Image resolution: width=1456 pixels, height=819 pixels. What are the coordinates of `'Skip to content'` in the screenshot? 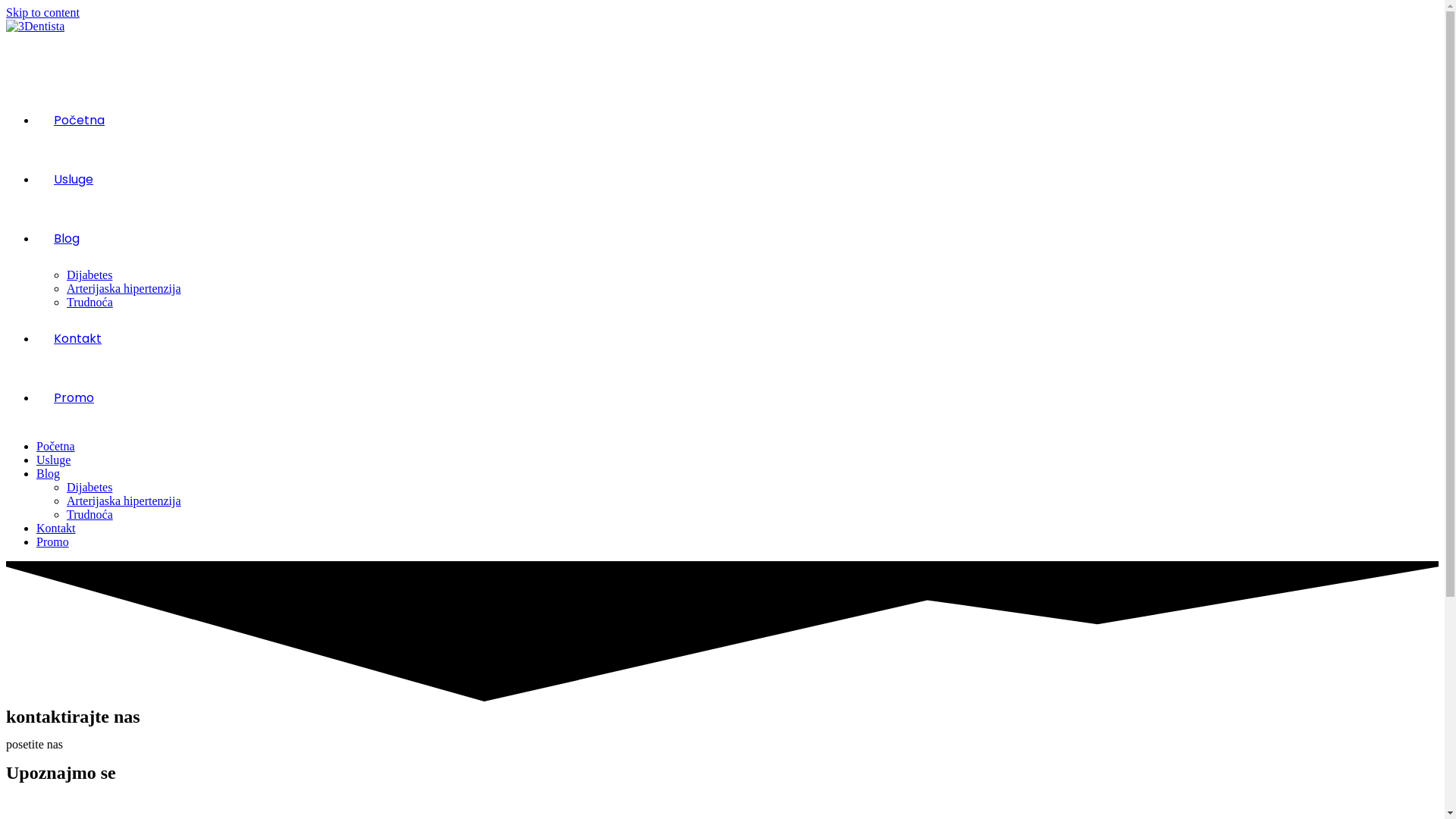 It's located at (42, 12).